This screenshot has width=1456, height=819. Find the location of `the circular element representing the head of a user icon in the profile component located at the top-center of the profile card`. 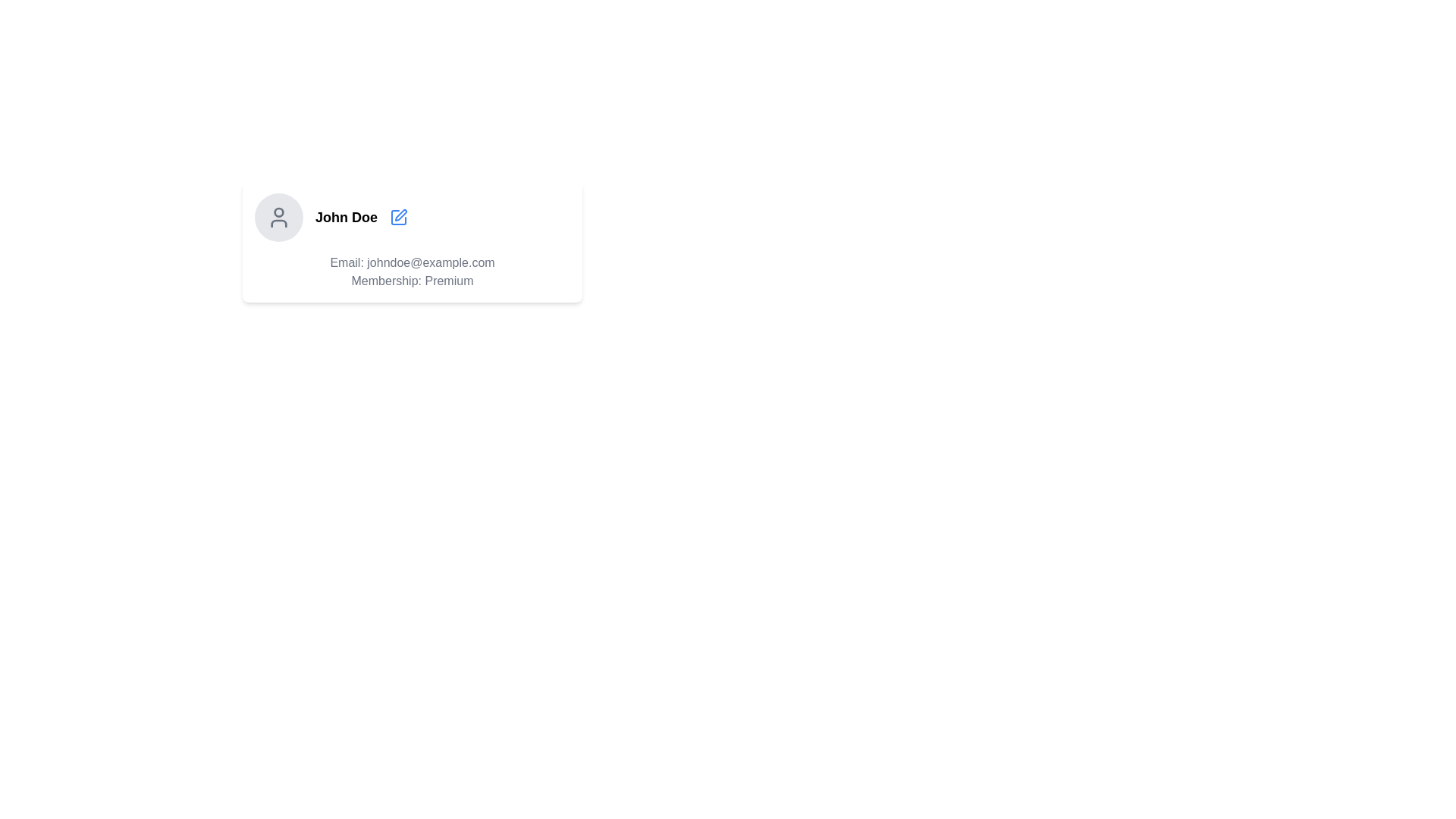

the circular element representing the head of a user icon in the profile component located at the top-center of the profile card is located at coordinates (279, 212).